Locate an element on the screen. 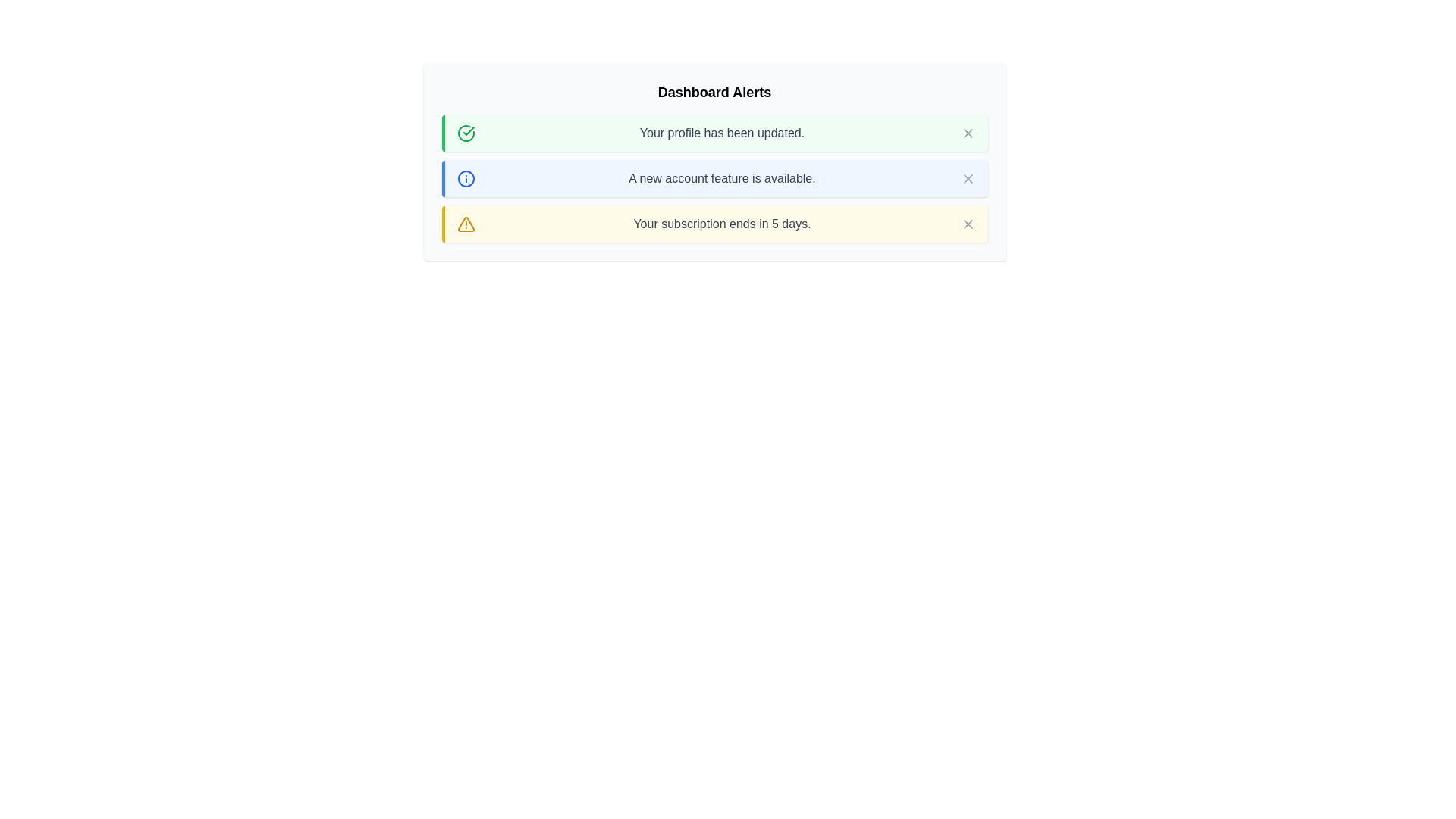  the small, slanted cross icon in the right end of the third notification item within the yellow alert box labeled 'Your subscription ends in 5 days' is located at coordinates (967, 224).